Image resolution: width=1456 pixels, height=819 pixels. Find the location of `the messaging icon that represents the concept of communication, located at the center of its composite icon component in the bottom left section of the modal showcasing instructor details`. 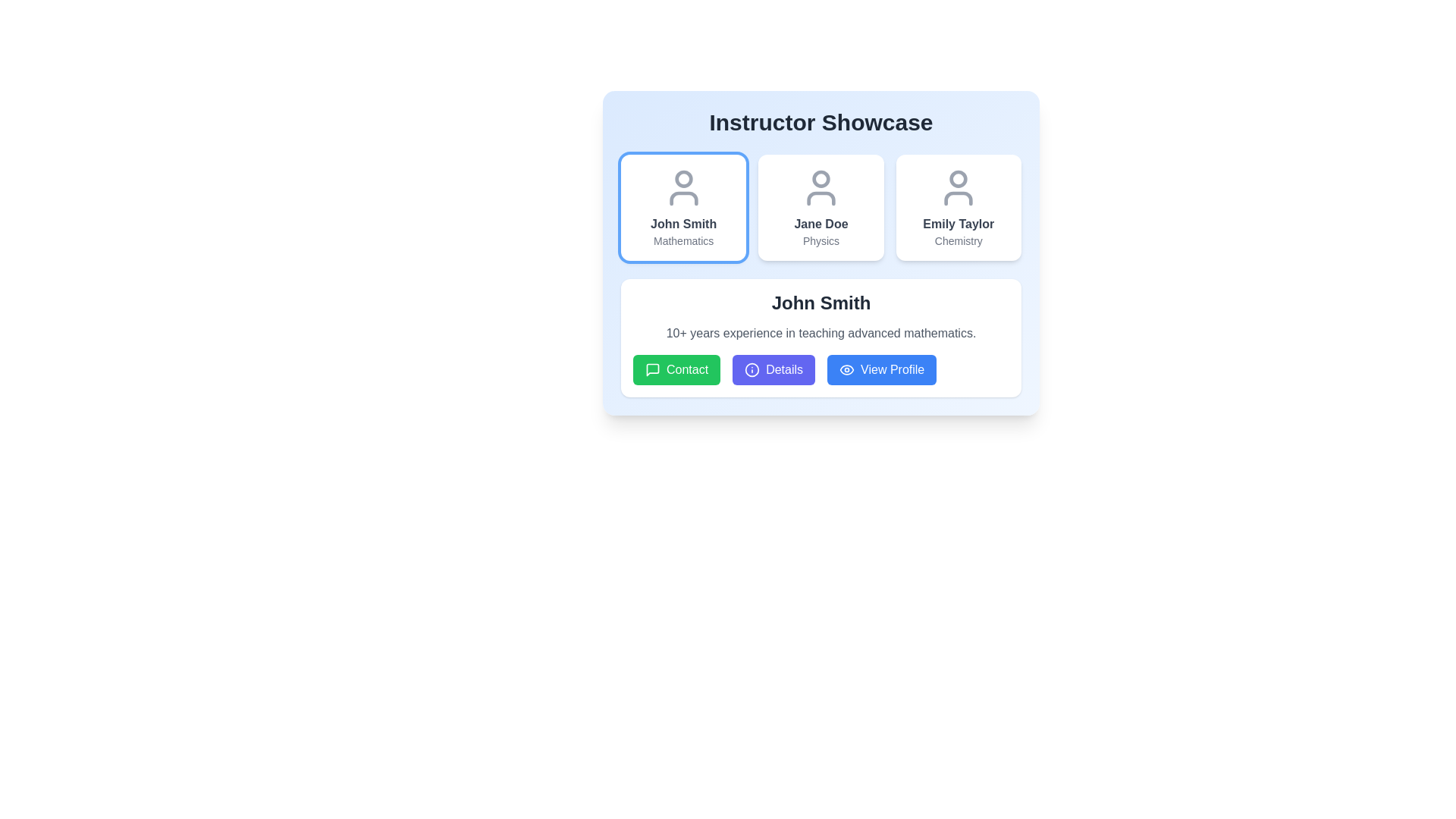

the messaging icon that represents the concept of communication, located at the center of its composite icon component in the bottom left section of the modal showcasing instructor details is located at coordinates (652, 370).